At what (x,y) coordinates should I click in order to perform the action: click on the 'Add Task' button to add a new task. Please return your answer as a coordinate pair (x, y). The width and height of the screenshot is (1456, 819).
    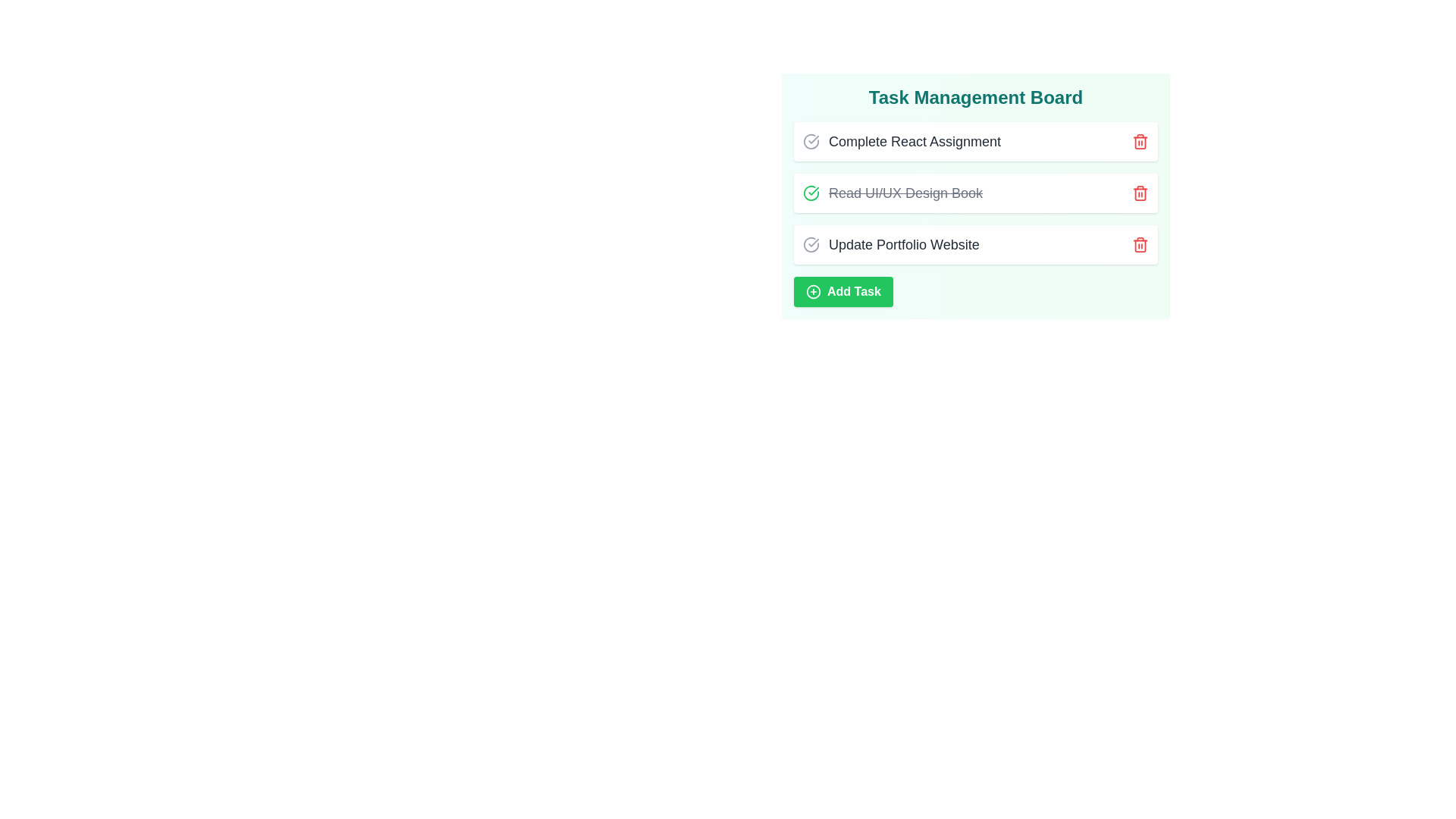
    Looking at the image, I should click on (843, 292).